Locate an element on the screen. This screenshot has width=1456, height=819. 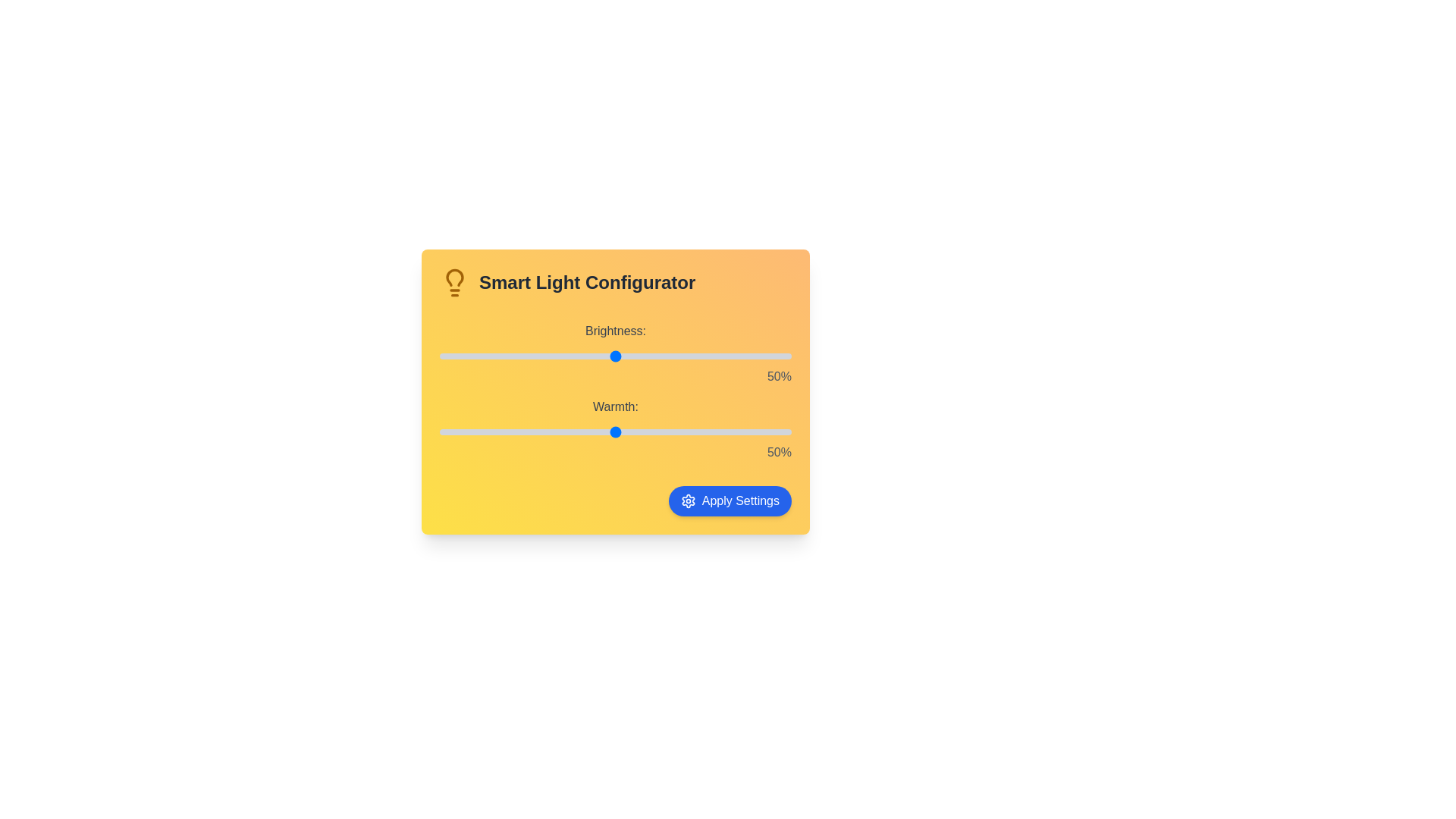
the warmth level is located at coordinates (442, 432).